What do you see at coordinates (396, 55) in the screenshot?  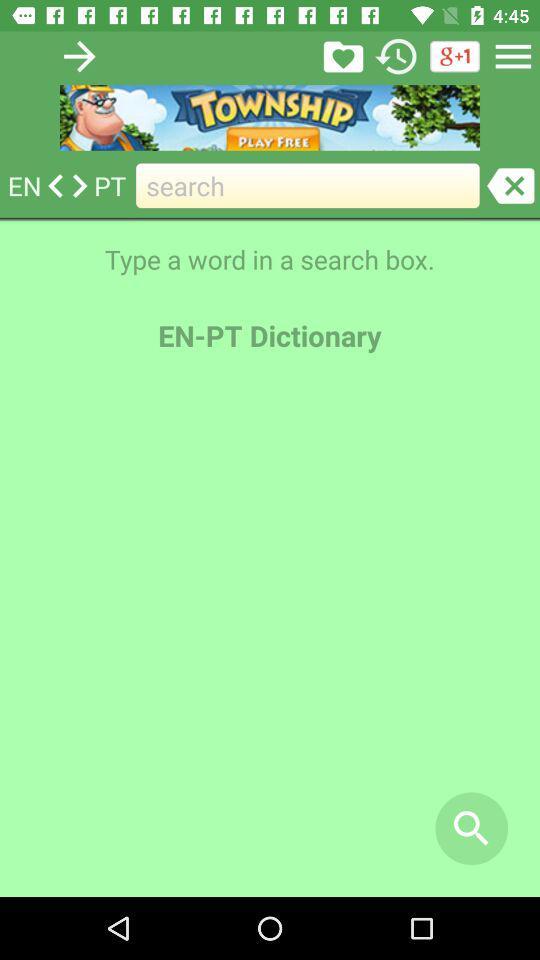 I see `the history icon` at bounding box center [396, 55].